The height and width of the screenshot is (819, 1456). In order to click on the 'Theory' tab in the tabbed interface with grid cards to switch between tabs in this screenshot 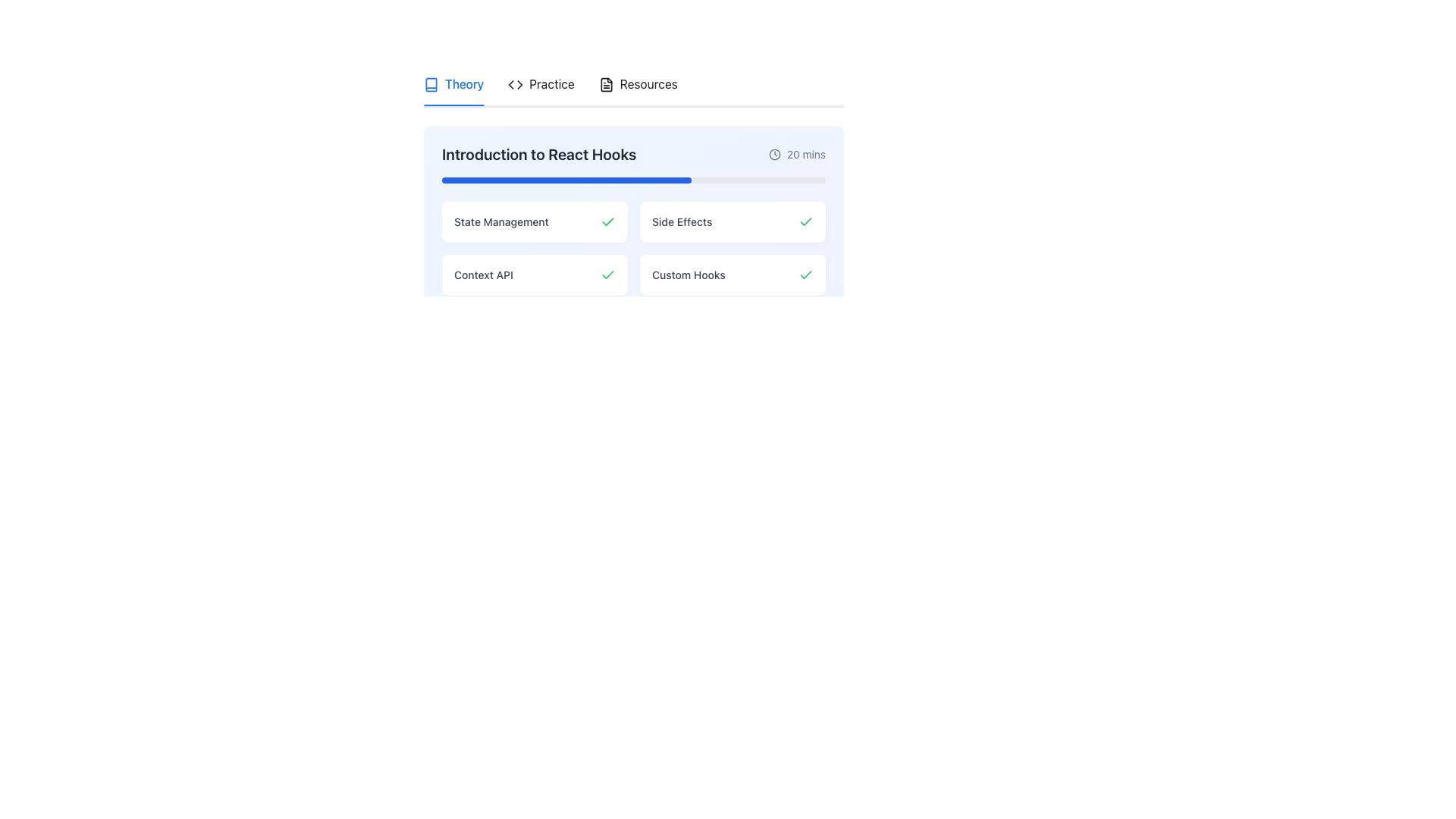, I will do `click(633, 187)`.